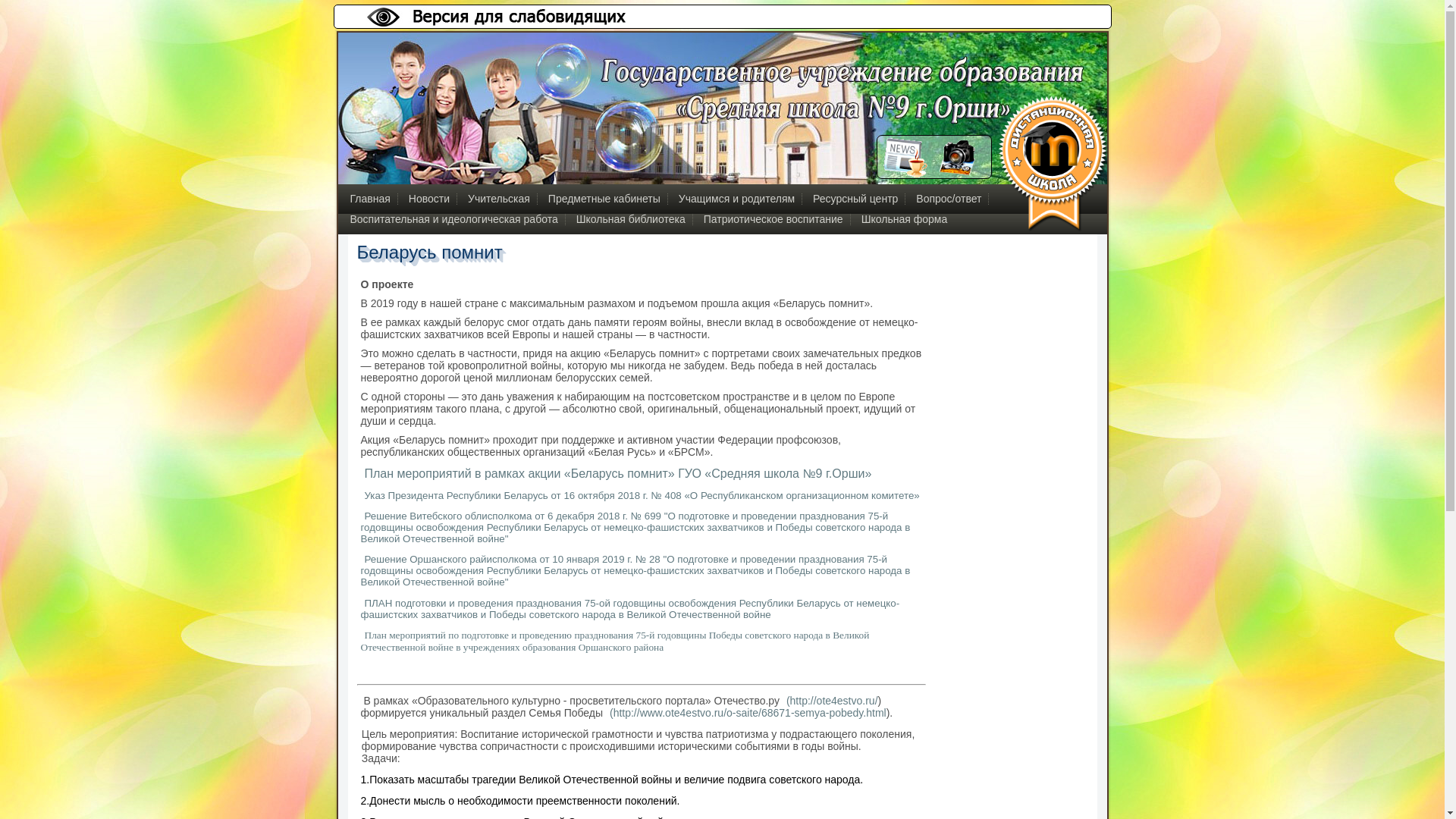 The height and width of the screenshot is (819, 1456). I want to click on '(http://www.ote4estvo.ru/o-saite/68671-semya-pobedy.html', so click(745, 713).